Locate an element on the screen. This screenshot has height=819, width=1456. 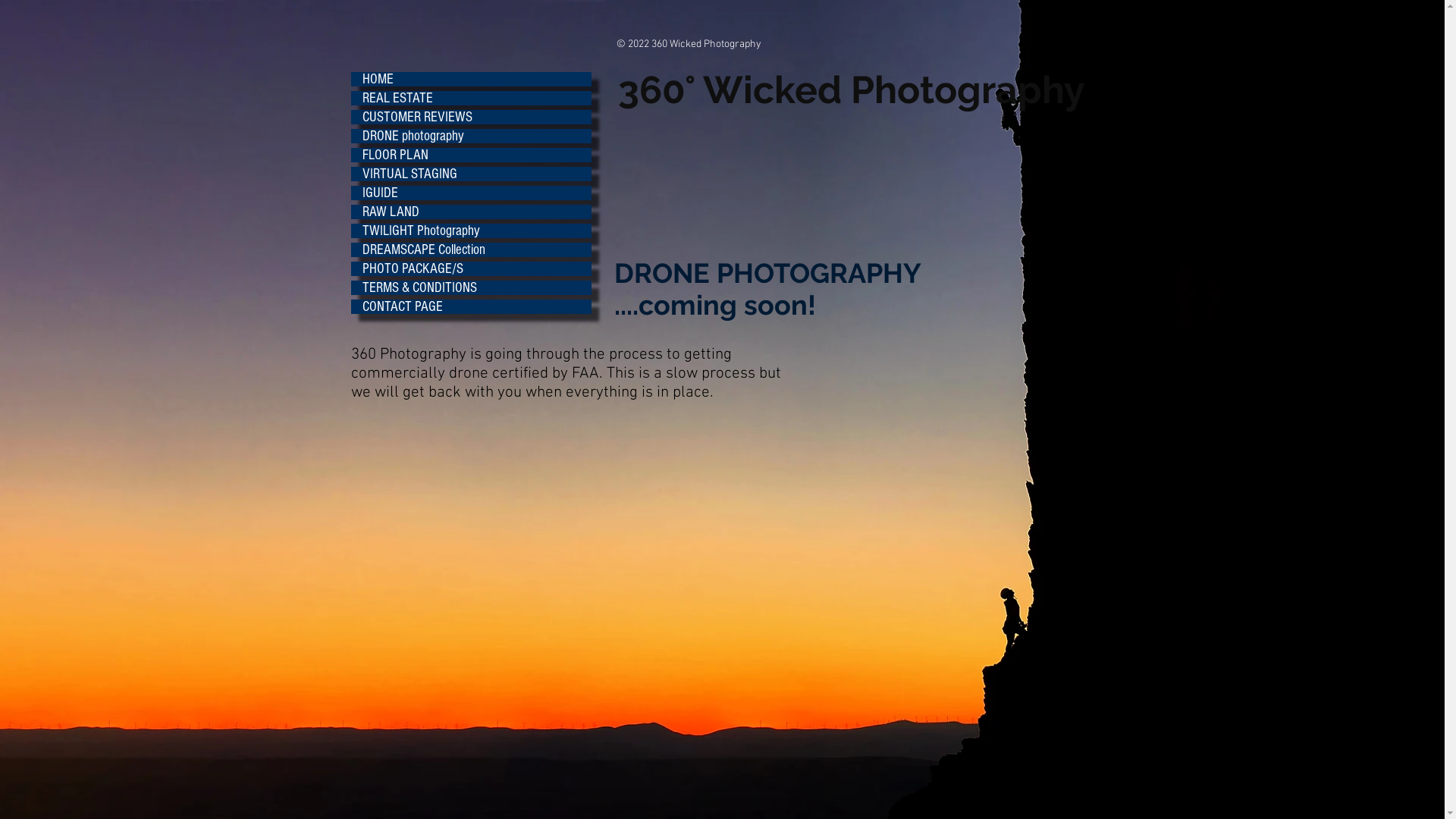
'VIRTUAL STAGING' is located at coordinates (469, 173).